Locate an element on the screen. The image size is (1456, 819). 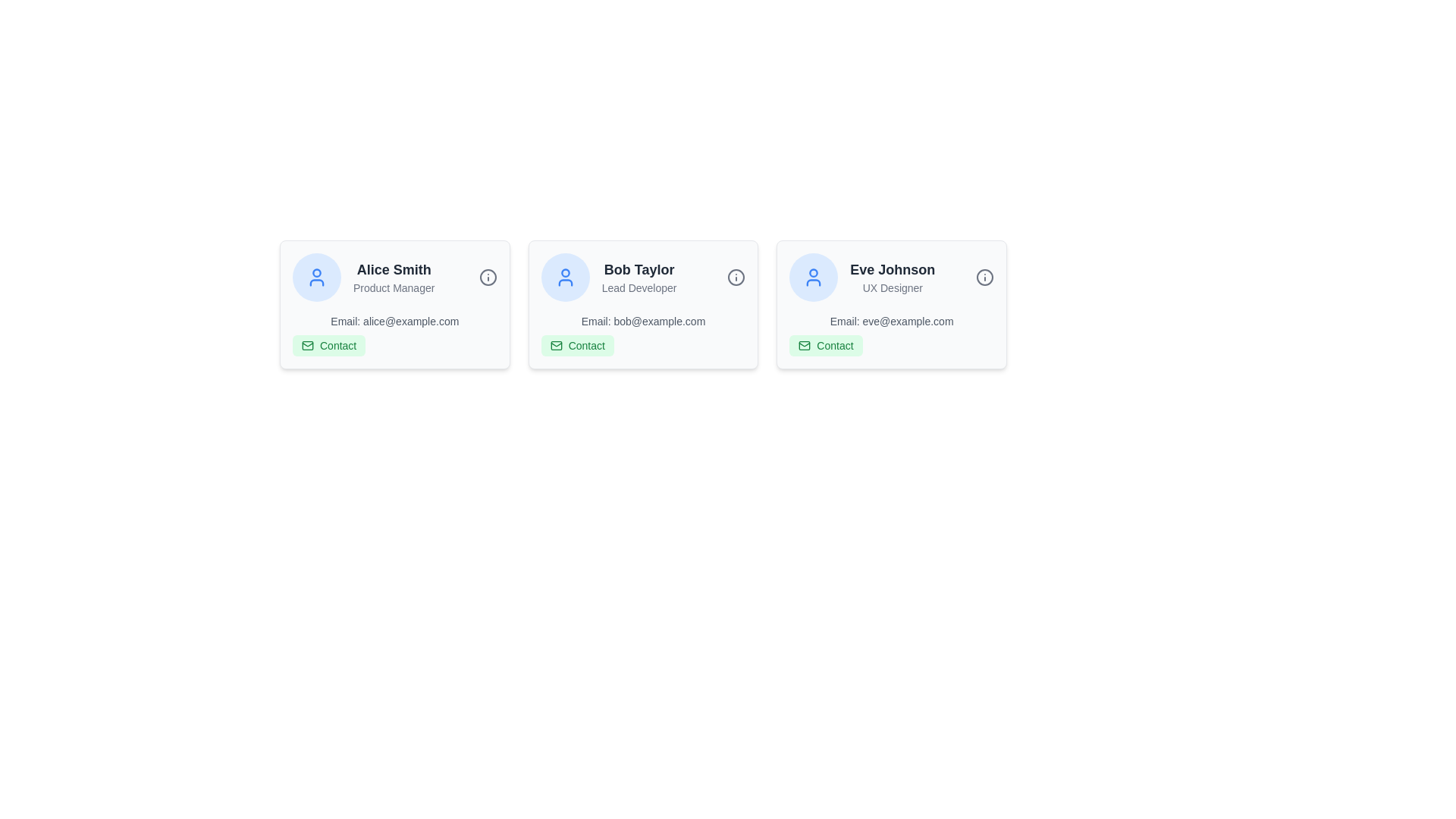
the decorative icon representing the email functionality located at the bottom section of the card for 'Eve Johnson' is located at coordinates (804, 345).